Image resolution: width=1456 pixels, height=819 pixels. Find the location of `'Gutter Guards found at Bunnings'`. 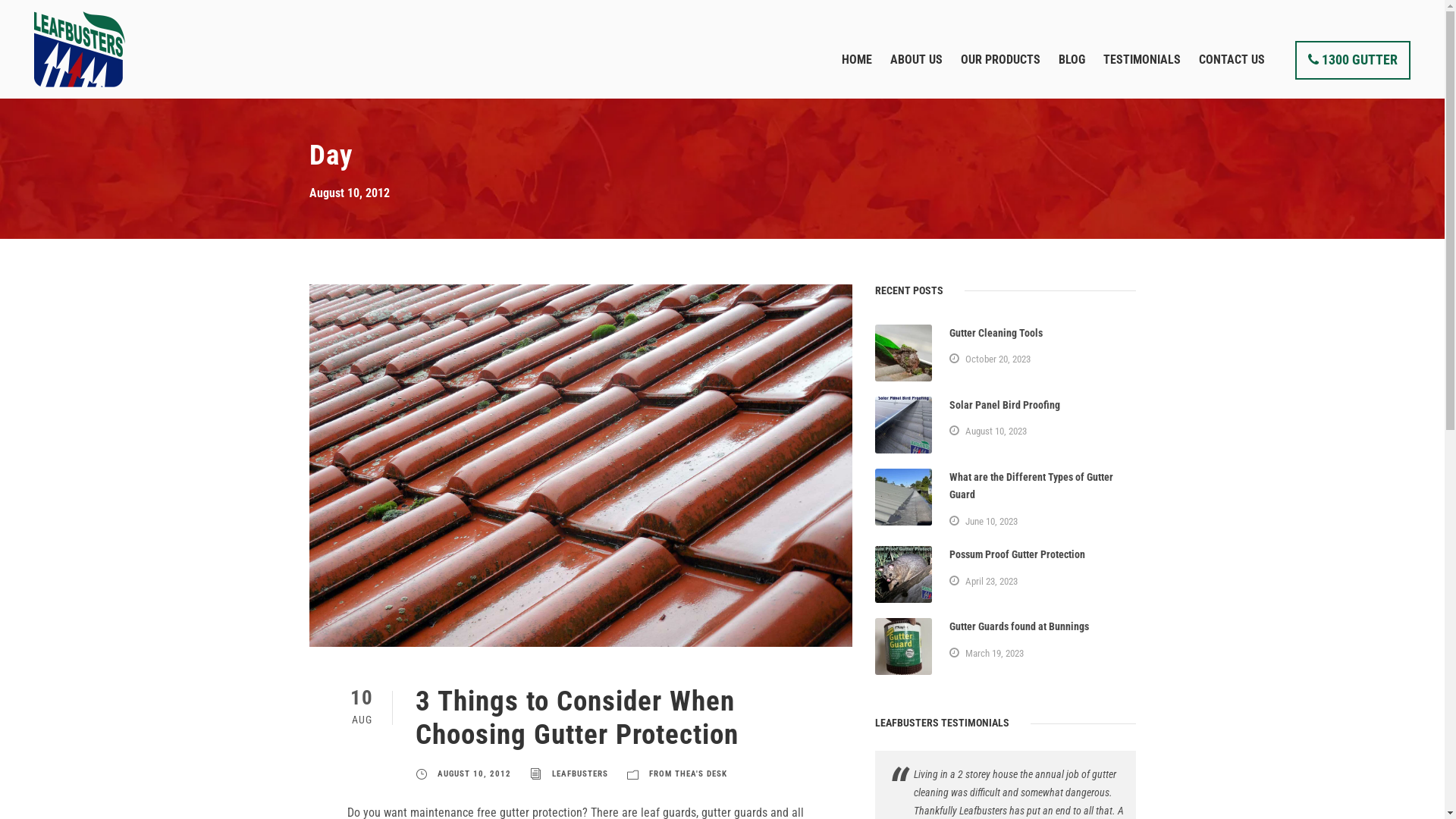

'Gutter Guards found at Bunnings' is located at coordinates (949, 626).